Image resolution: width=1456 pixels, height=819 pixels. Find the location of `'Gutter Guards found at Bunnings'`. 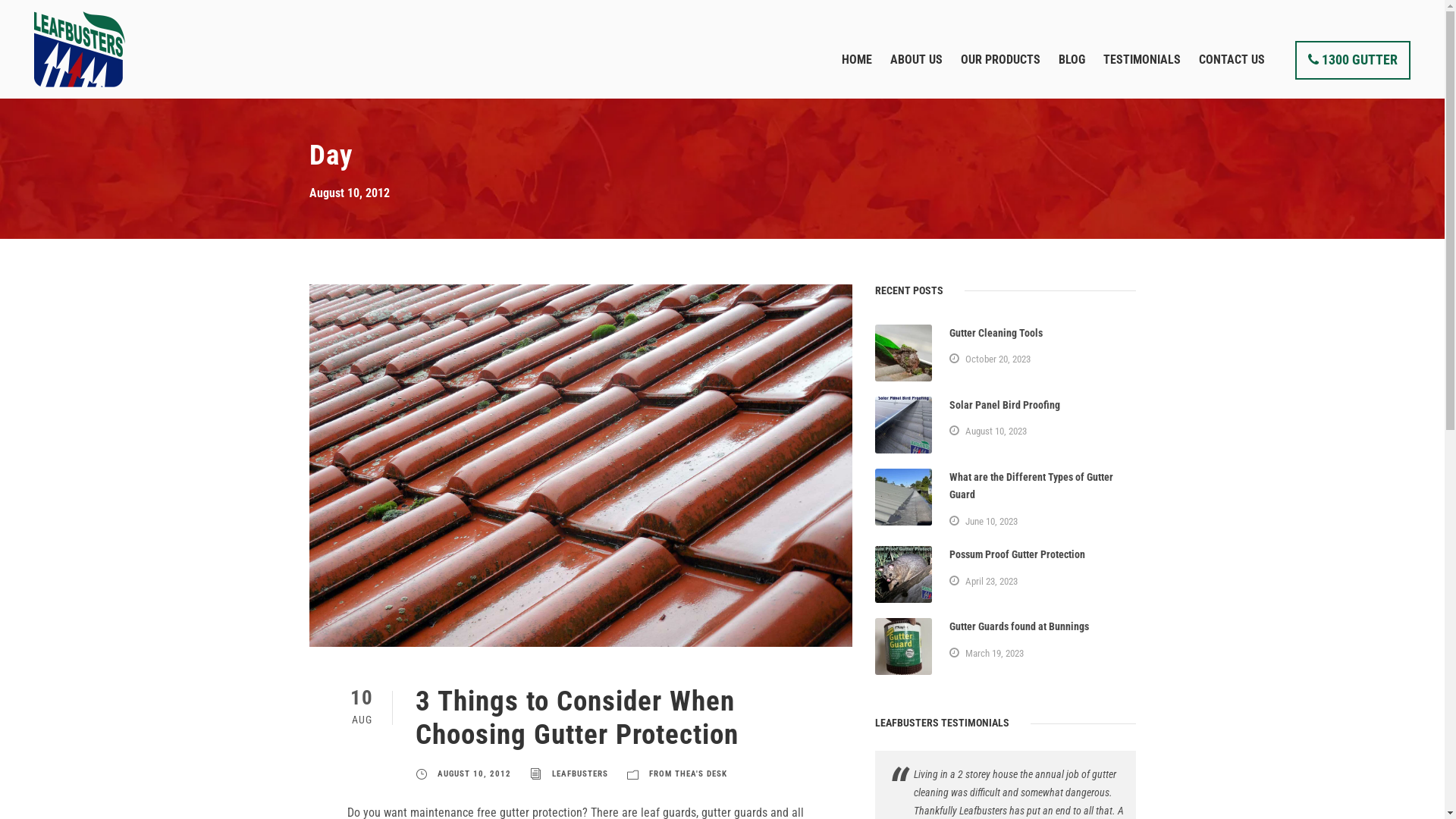

'Gutter Guards found at Bunnings' is located at coordinates (949, 626).